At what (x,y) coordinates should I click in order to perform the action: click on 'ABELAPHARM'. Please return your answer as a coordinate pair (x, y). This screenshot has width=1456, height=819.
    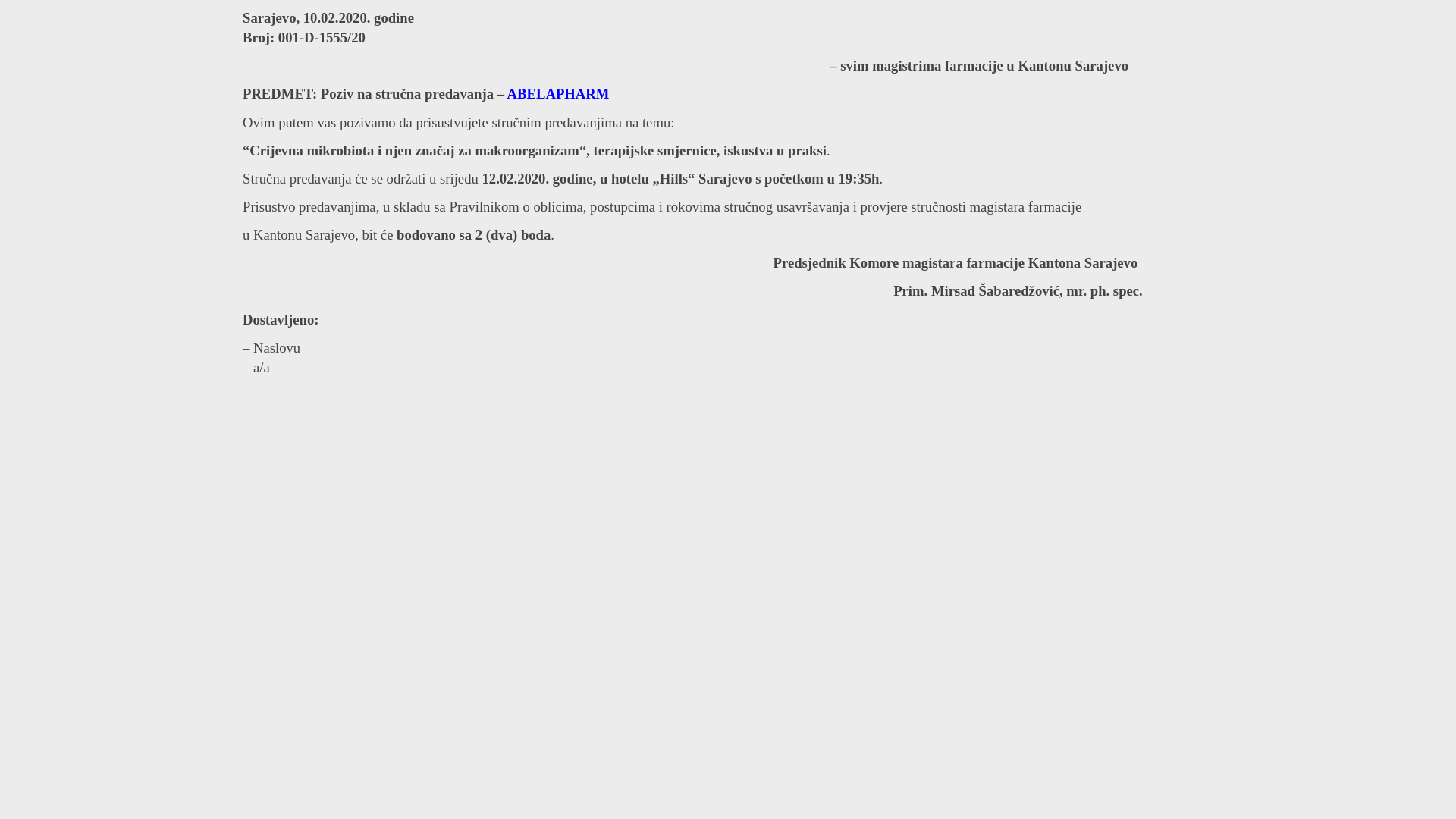
    Looking at the image, I should click on (557, 93).